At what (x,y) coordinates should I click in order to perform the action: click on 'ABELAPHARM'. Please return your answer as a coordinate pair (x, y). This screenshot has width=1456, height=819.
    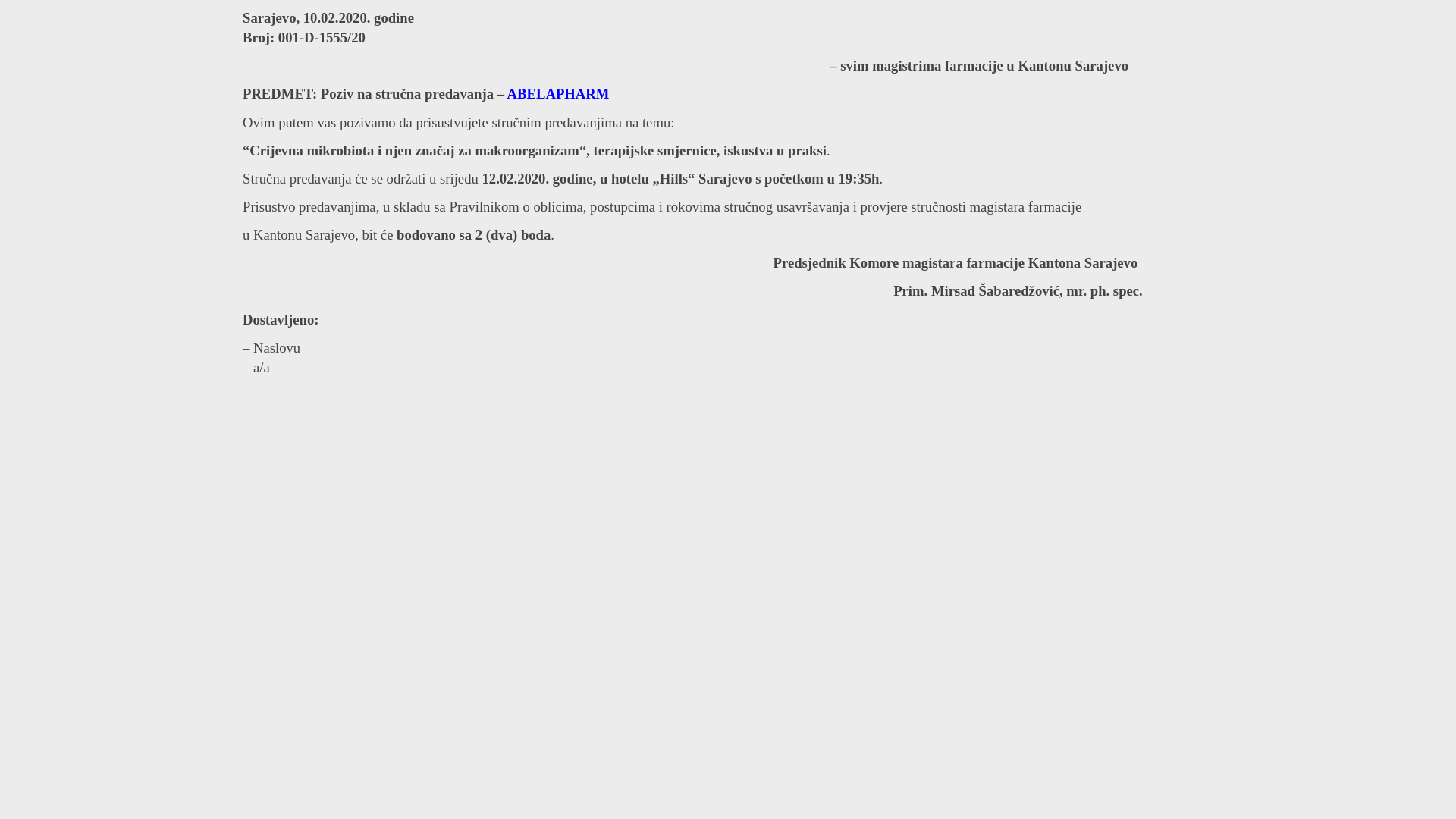
    Looking at the image, I should click on (557, 93).